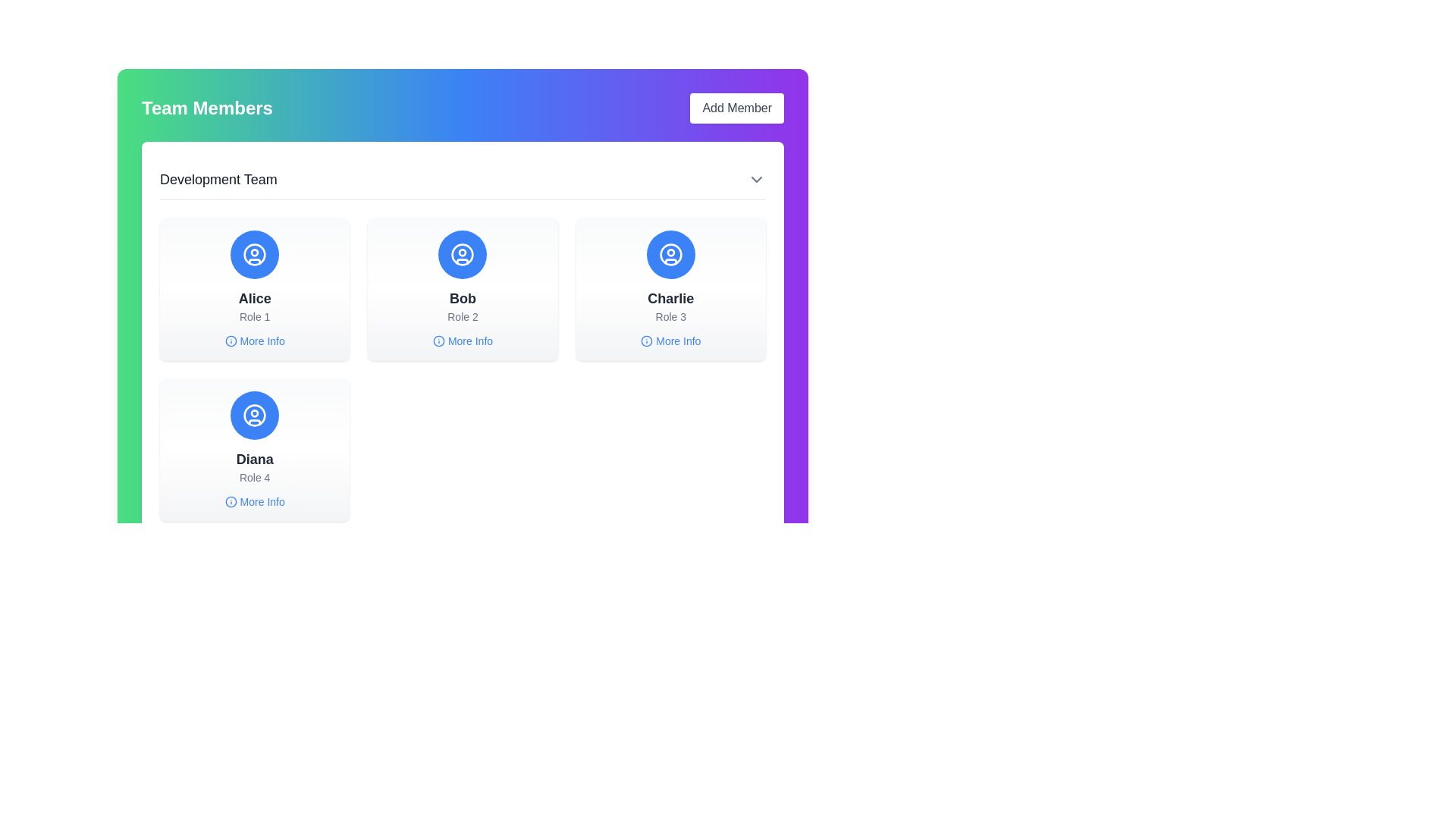  What do you see at coordinates (255, 253) in the screenshot?
I see `the decorative icon representing user 'Alice' at the top center of her card in the 'Development Team' section` at bounding box center [255, 253].